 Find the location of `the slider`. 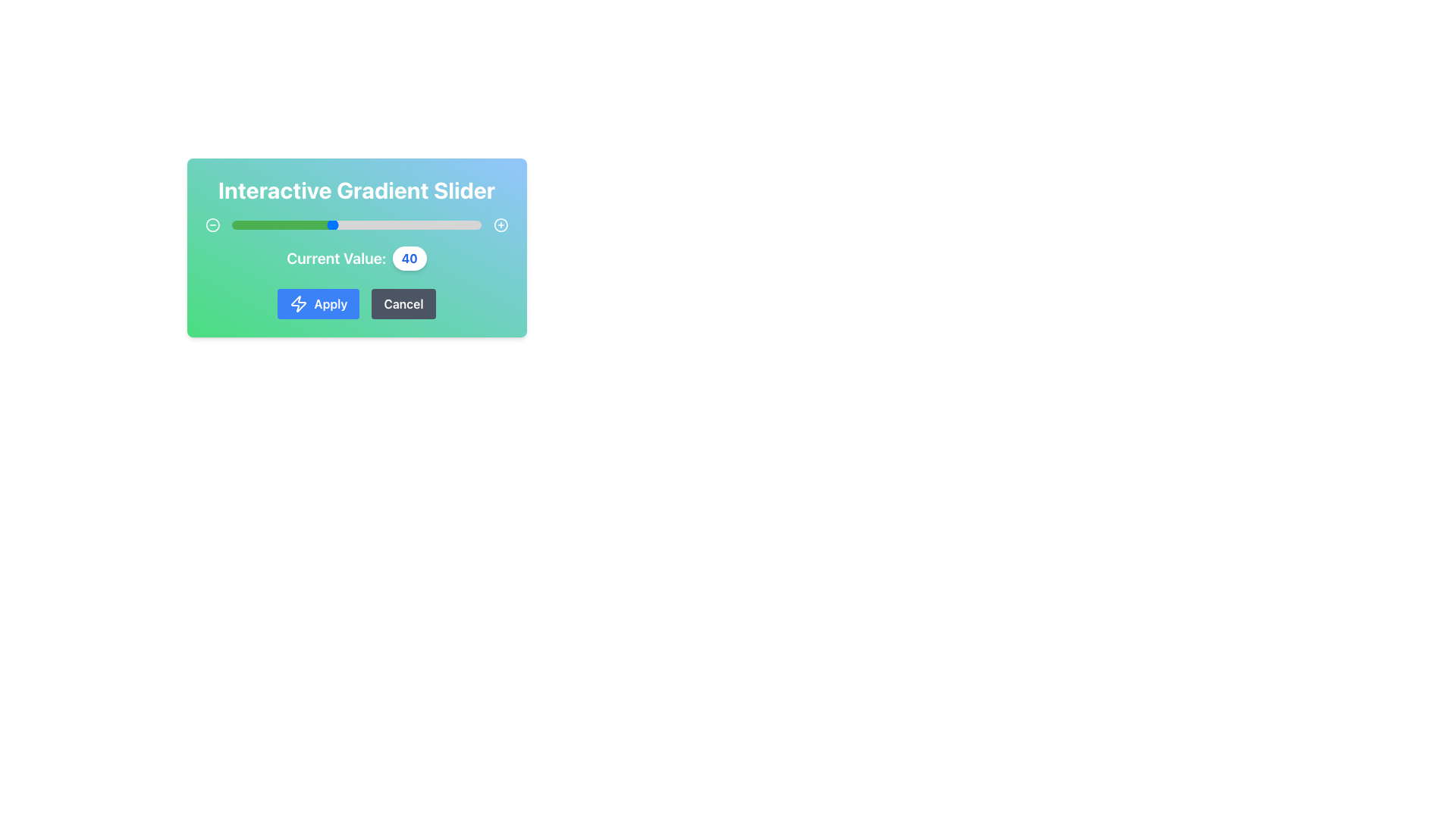

the slider is located at coordinates (353, 225).